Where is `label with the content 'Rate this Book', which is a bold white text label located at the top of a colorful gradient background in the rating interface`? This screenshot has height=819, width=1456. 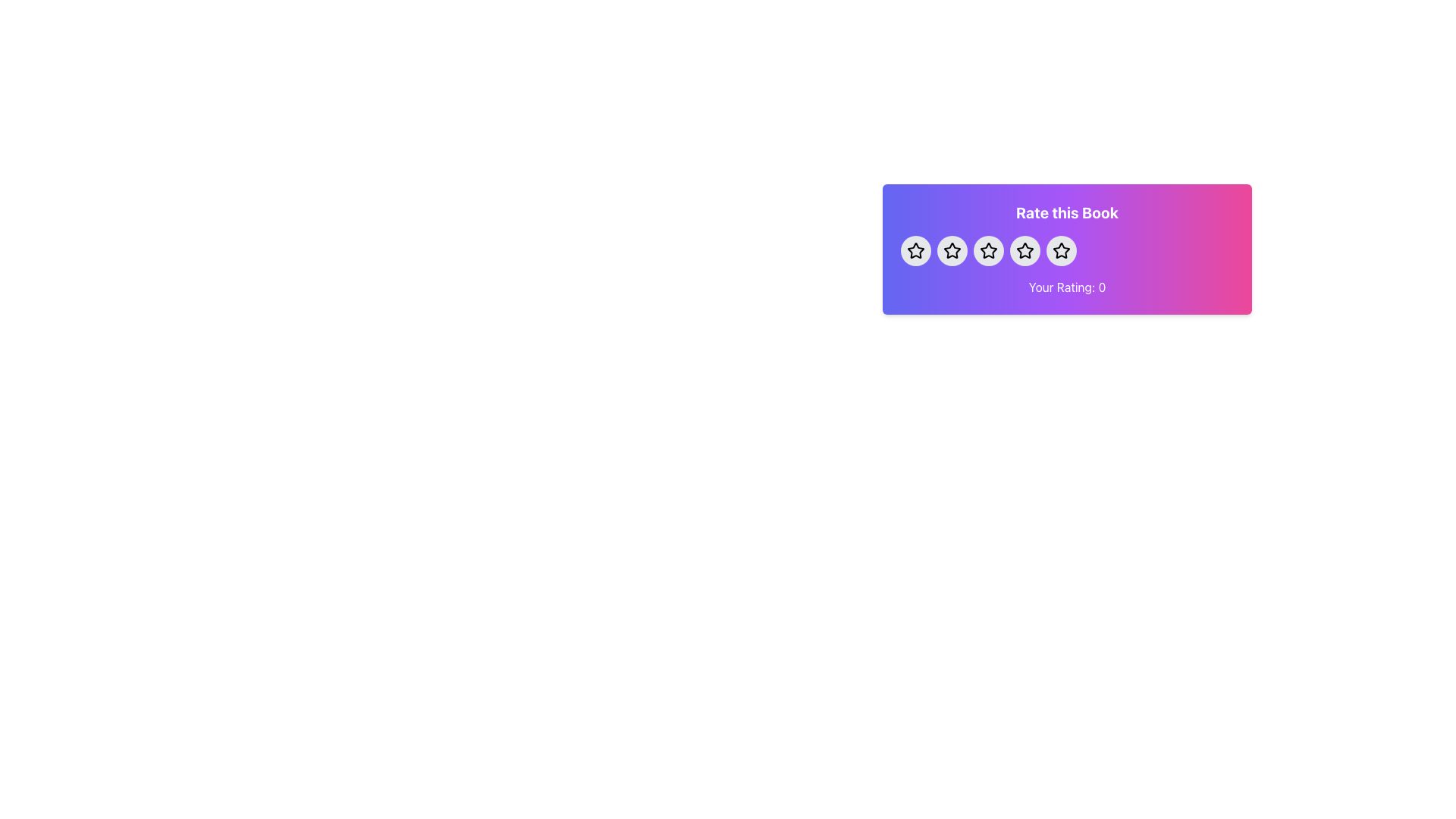 label with the content 'Rate this Book', which is a bold white text label located at the top of a colorful gradient background in the rating interface is located at coordinates (1066, 213).